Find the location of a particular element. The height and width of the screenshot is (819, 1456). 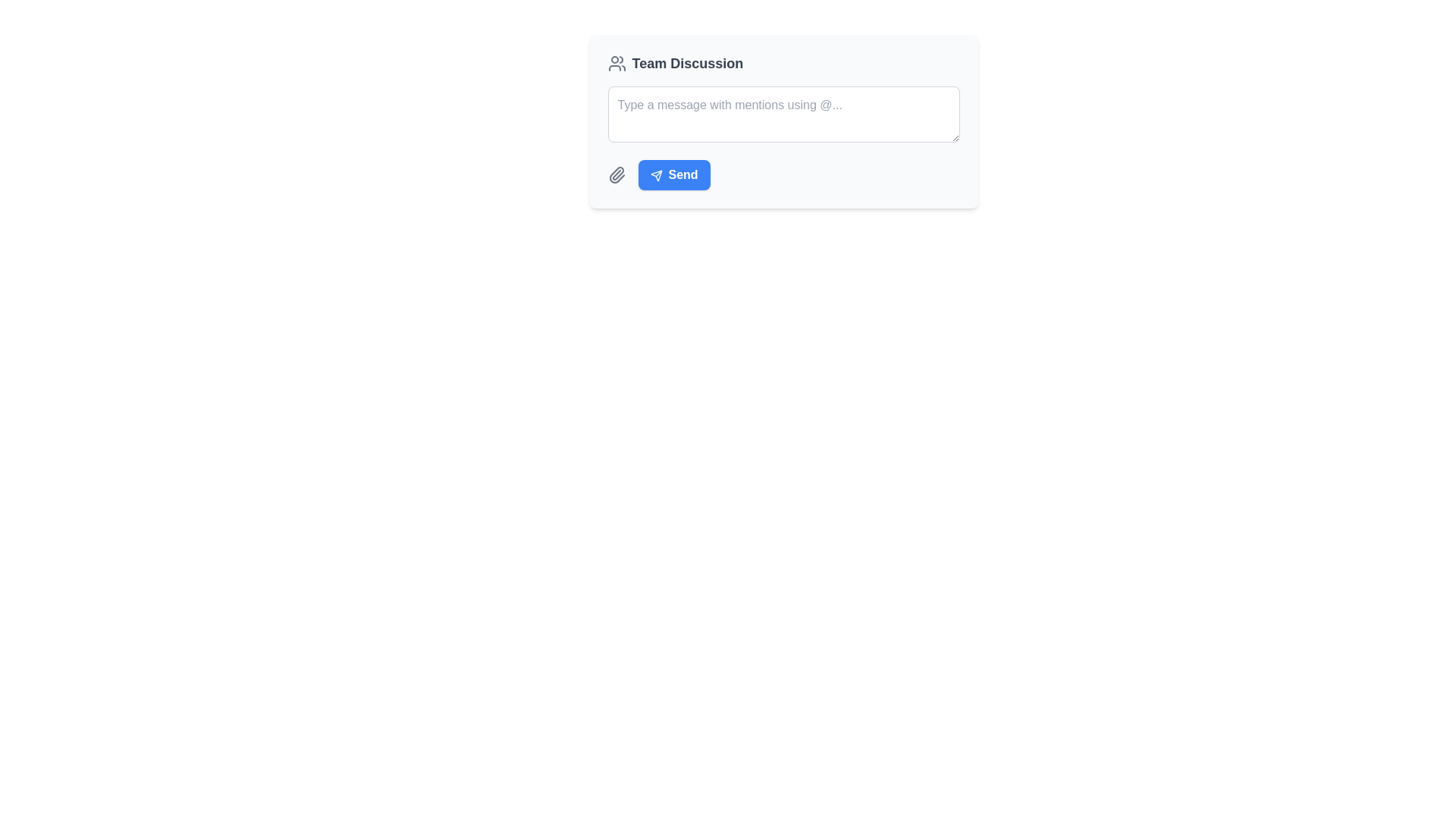

the small gray paperclip icon, which is located to the left of the 'Send' button is located at coordinates (617, 174).